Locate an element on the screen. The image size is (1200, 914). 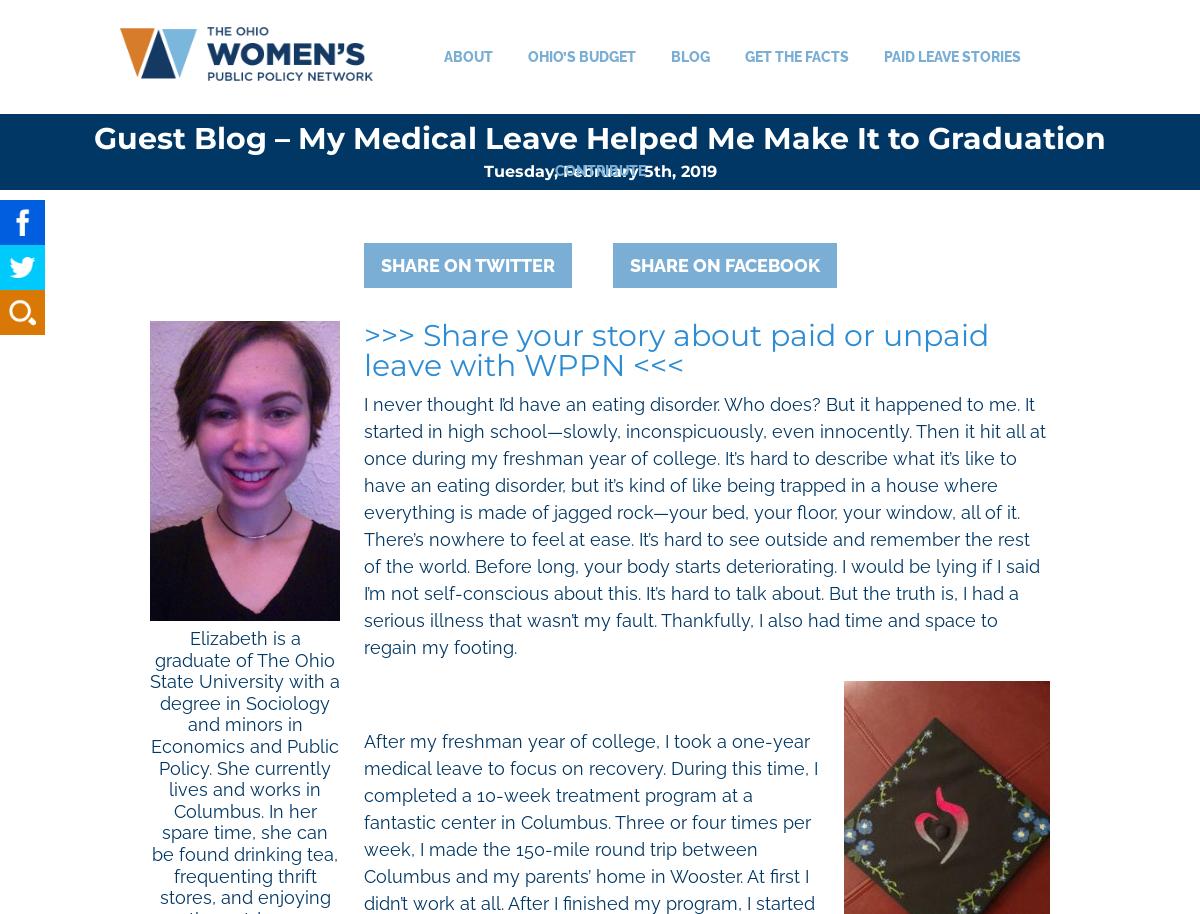
'About' is located at coordinates (466, 56).